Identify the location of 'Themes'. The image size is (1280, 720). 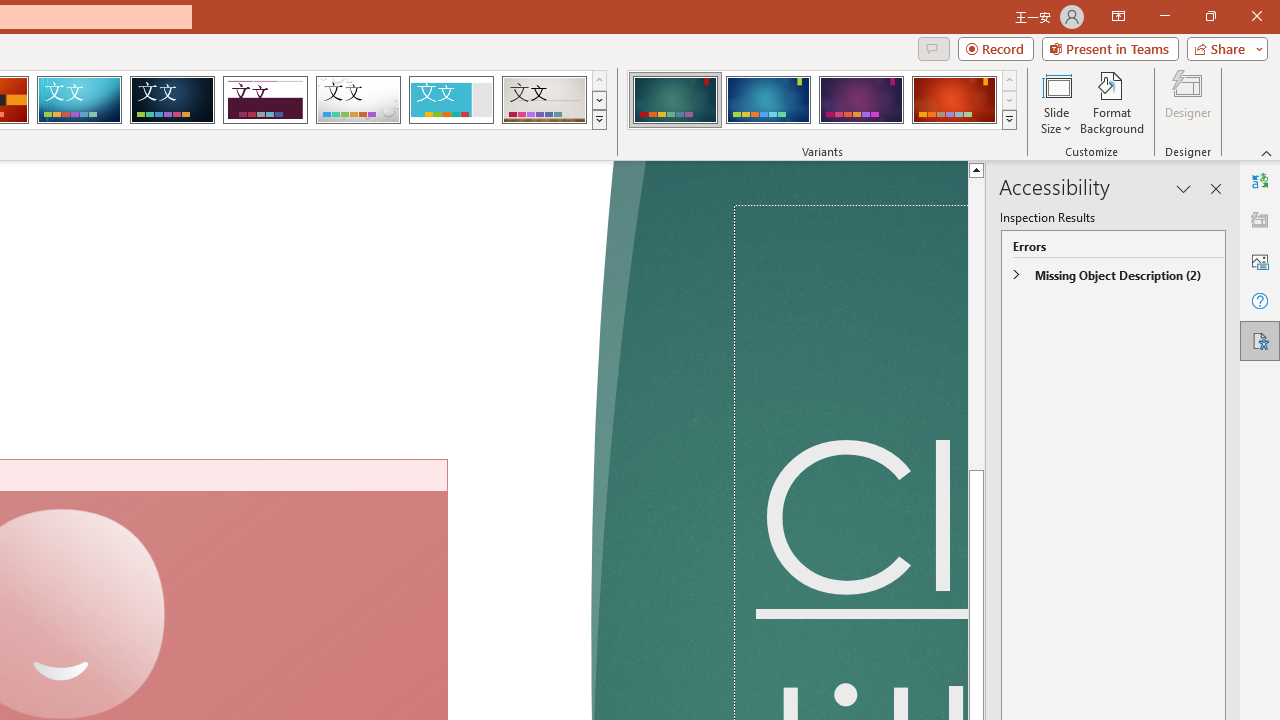
(598, 120).